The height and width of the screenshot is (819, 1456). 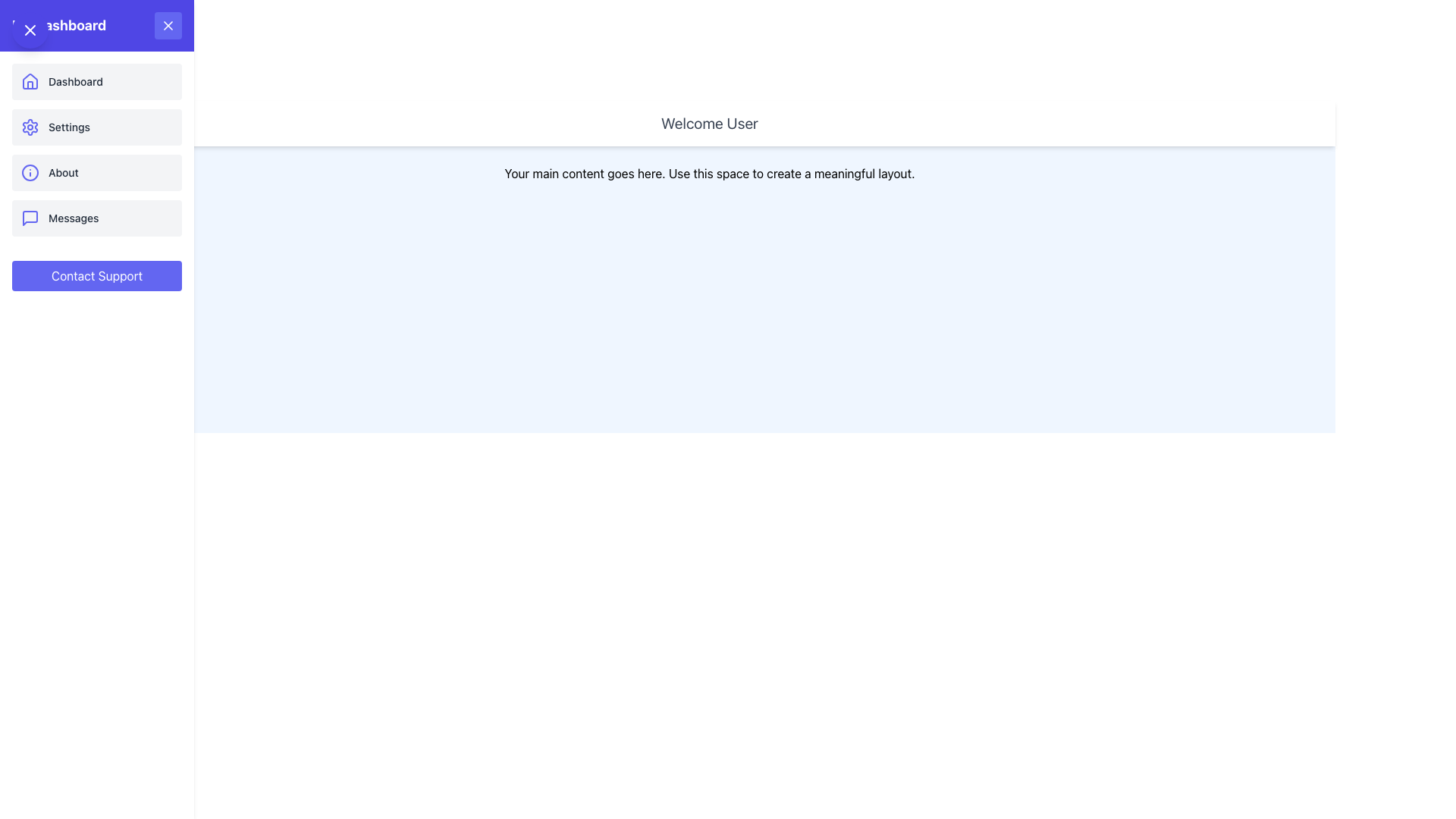 I want to click on the 'Settings' button in the sidebar menu to trigger the hover effects, so click(x=96, y=127).